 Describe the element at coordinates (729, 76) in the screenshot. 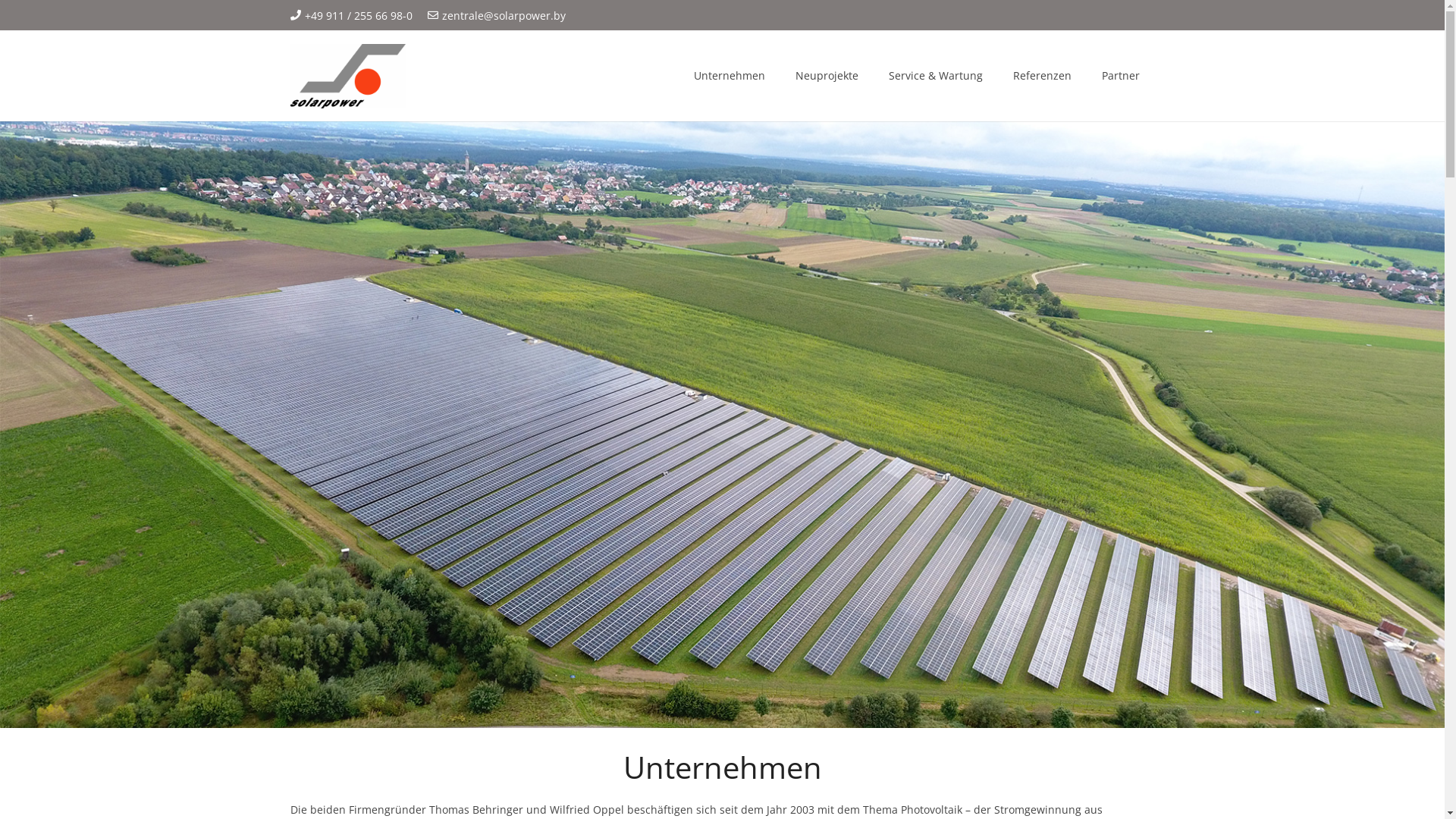

I see `'Unternehmen'` at that location.